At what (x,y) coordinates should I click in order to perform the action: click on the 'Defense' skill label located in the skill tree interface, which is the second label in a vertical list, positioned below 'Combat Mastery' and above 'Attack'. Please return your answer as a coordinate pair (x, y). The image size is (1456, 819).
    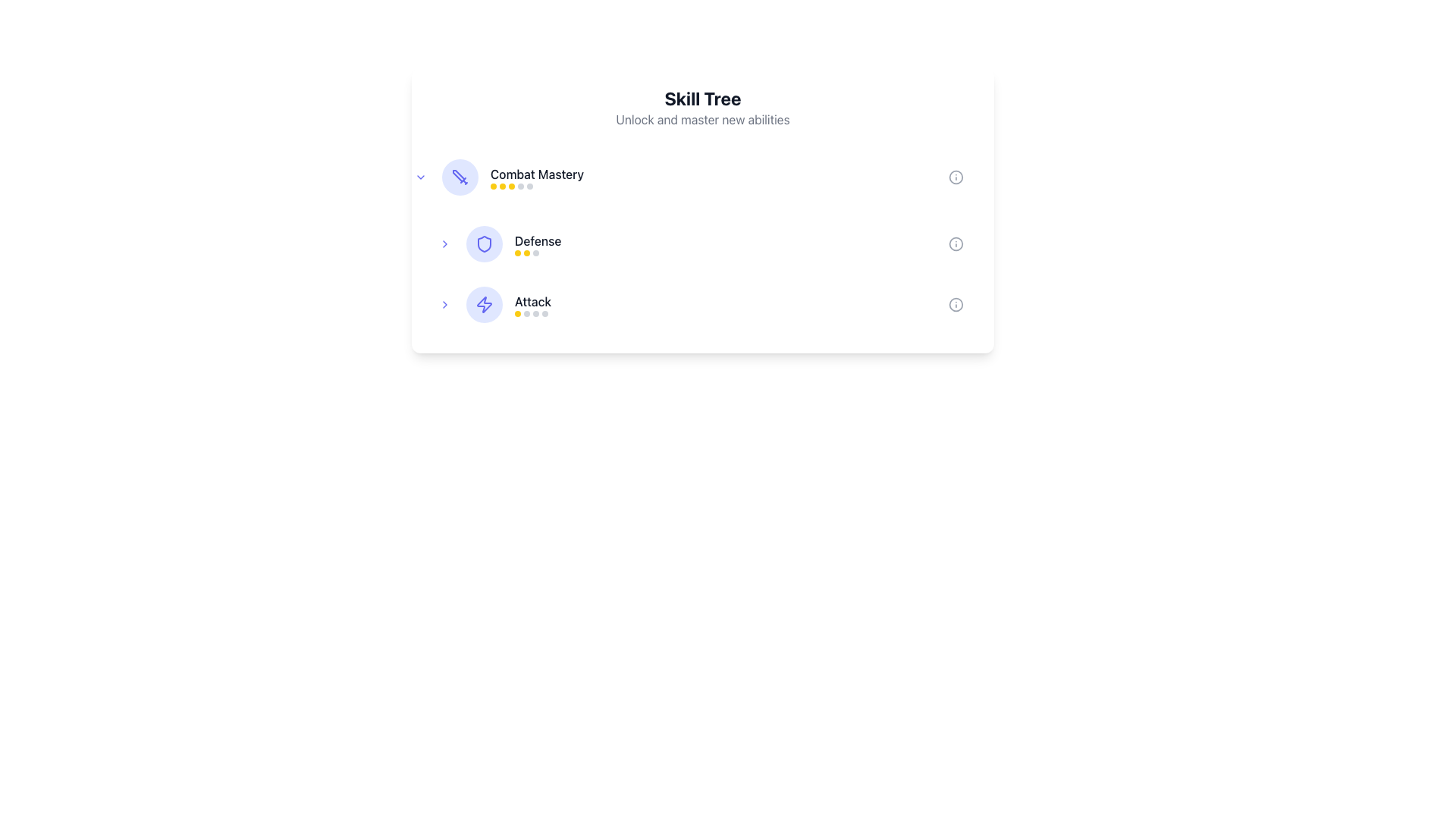
    Looking at the image, I should click on (538, 240).